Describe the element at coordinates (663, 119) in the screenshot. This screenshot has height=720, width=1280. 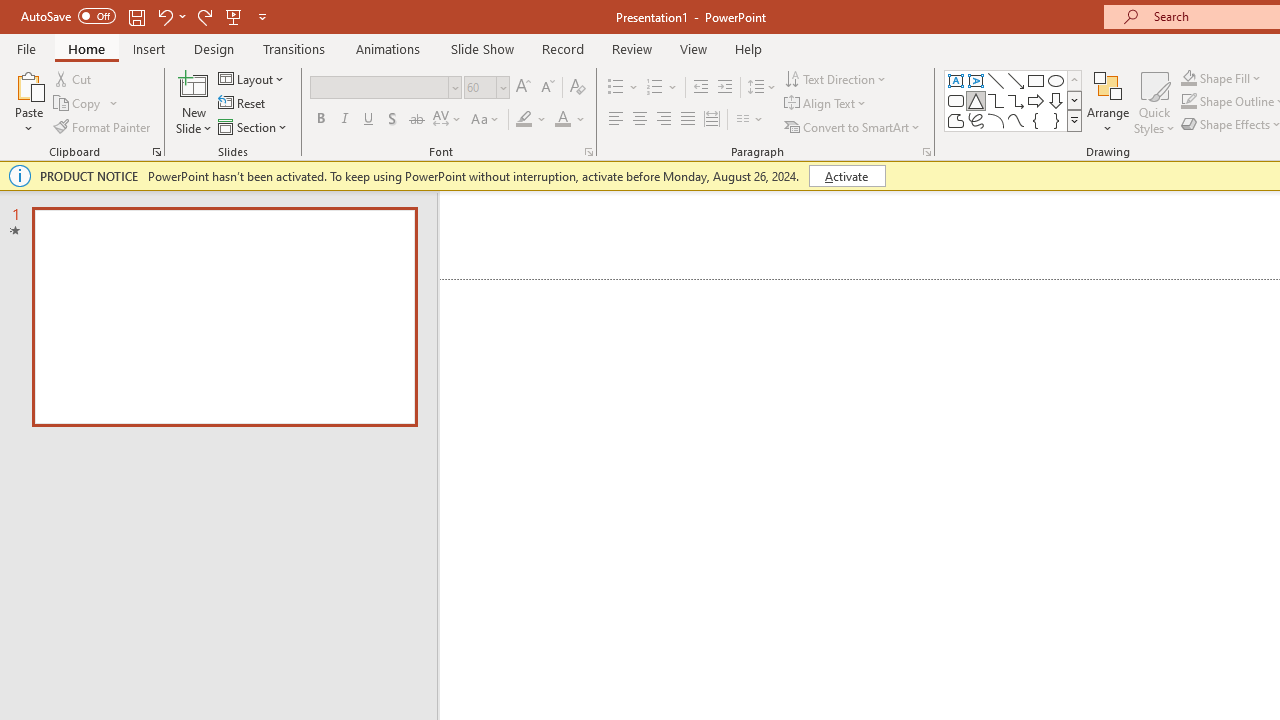
I see `'Align Right'` at that location.